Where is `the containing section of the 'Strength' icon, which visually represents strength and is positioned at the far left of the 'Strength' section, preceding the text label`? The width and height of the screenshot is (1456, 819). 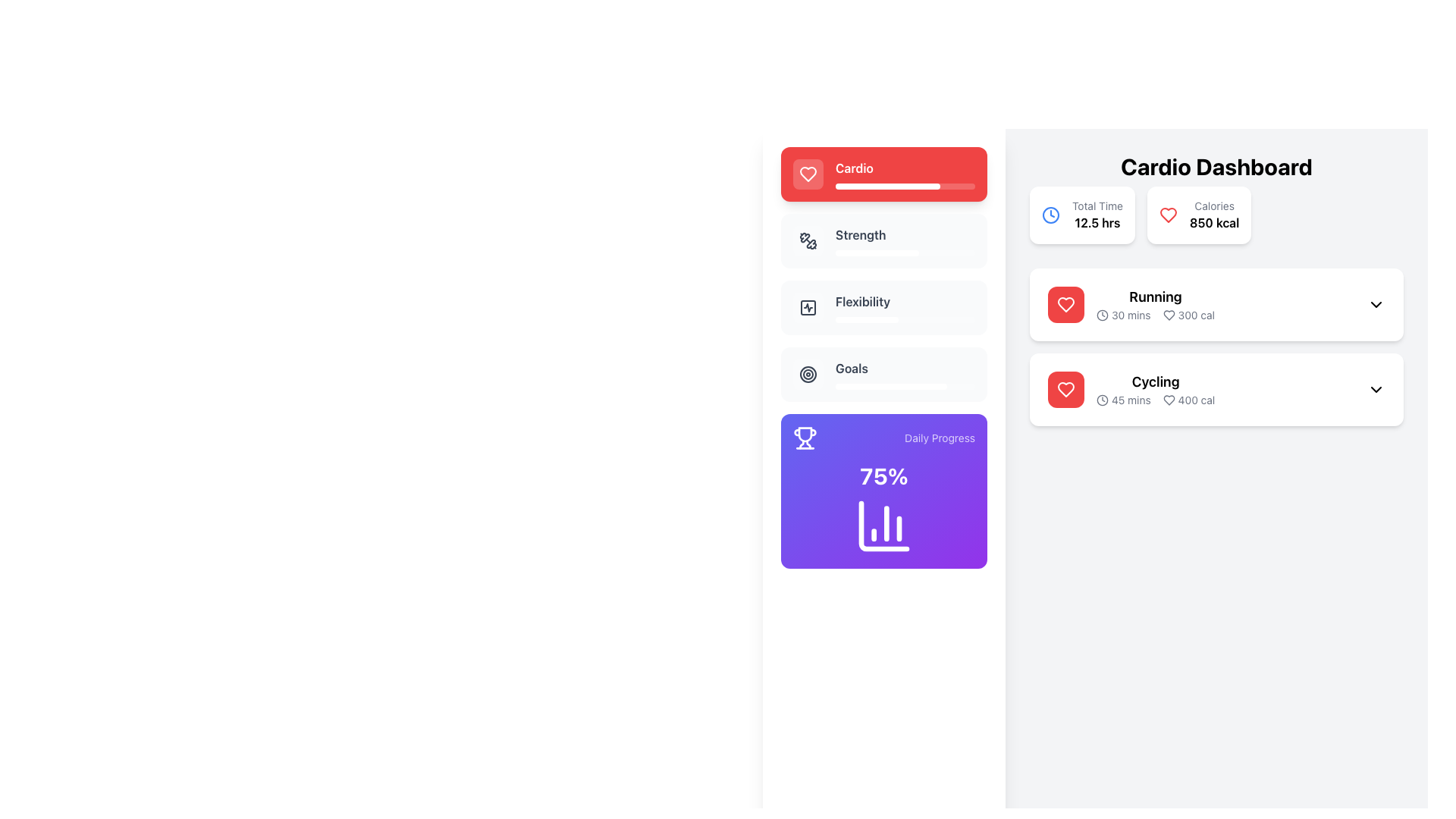
the containing section of the 'Strength' icon, which visually represents strength and is positioned at the far left of the 'Strength' section, preceding the text label is located at coordinates (807, 240).